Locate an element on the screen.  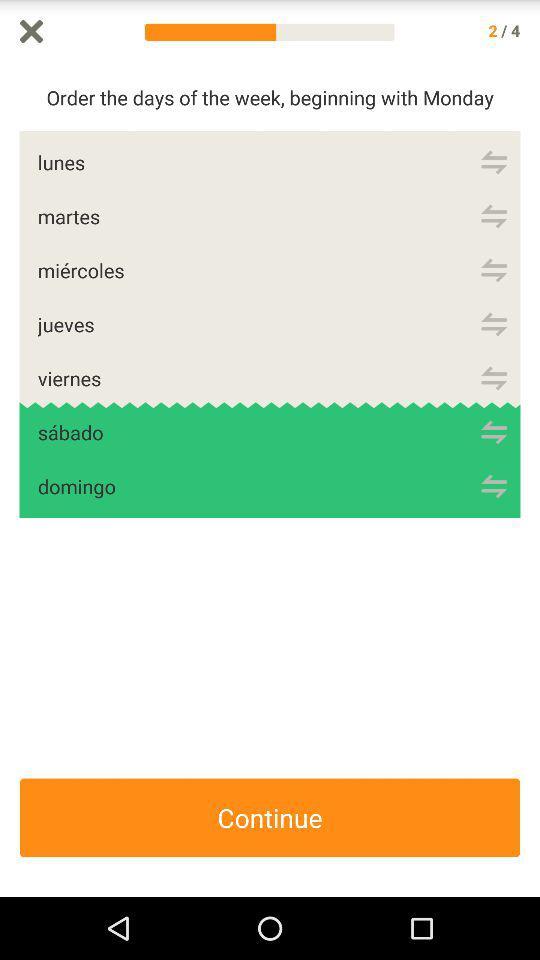
the continue icon is located at coordinates (270, 817).